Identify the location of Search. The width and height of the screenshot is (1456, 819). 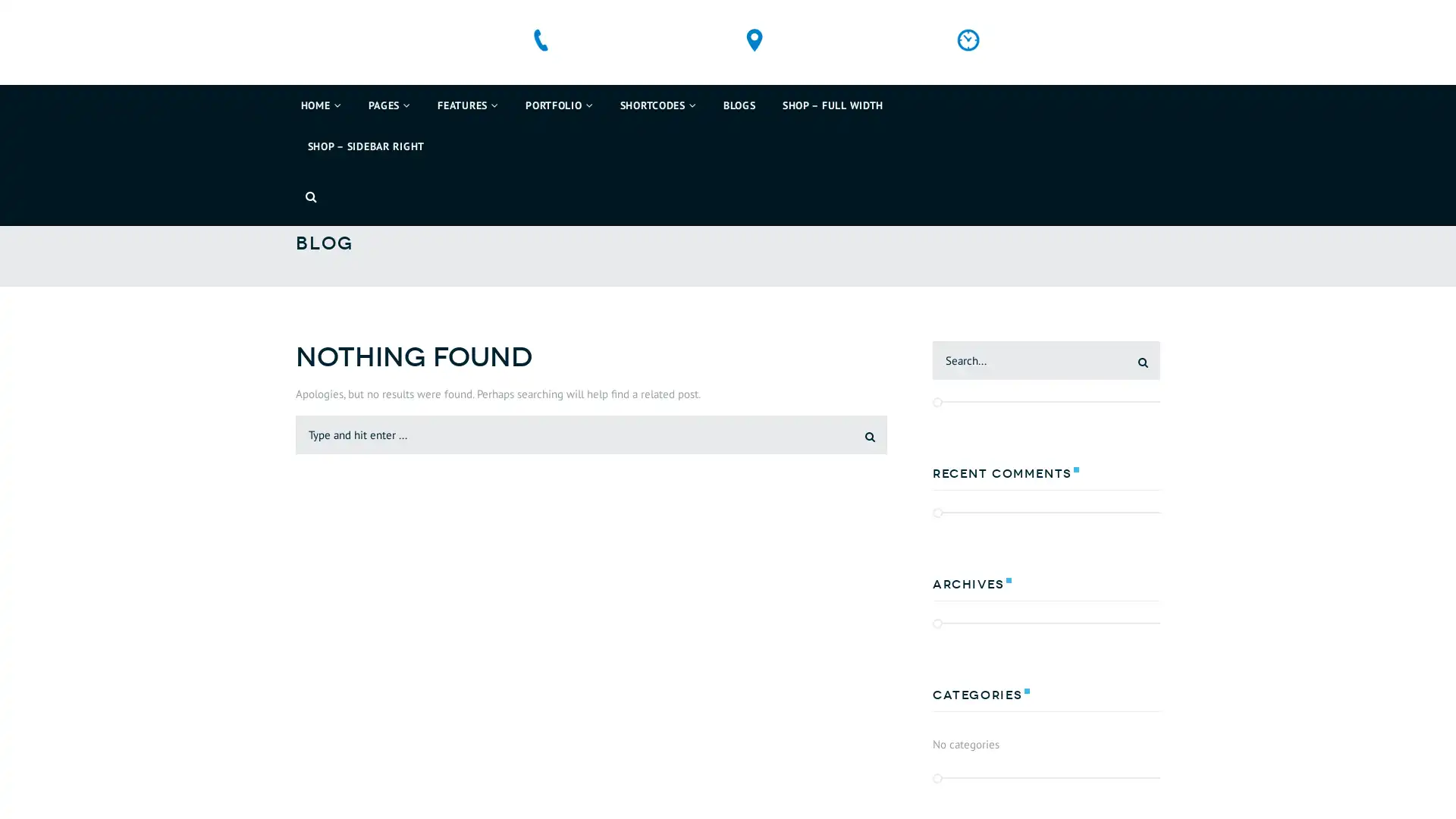
(858, 467).